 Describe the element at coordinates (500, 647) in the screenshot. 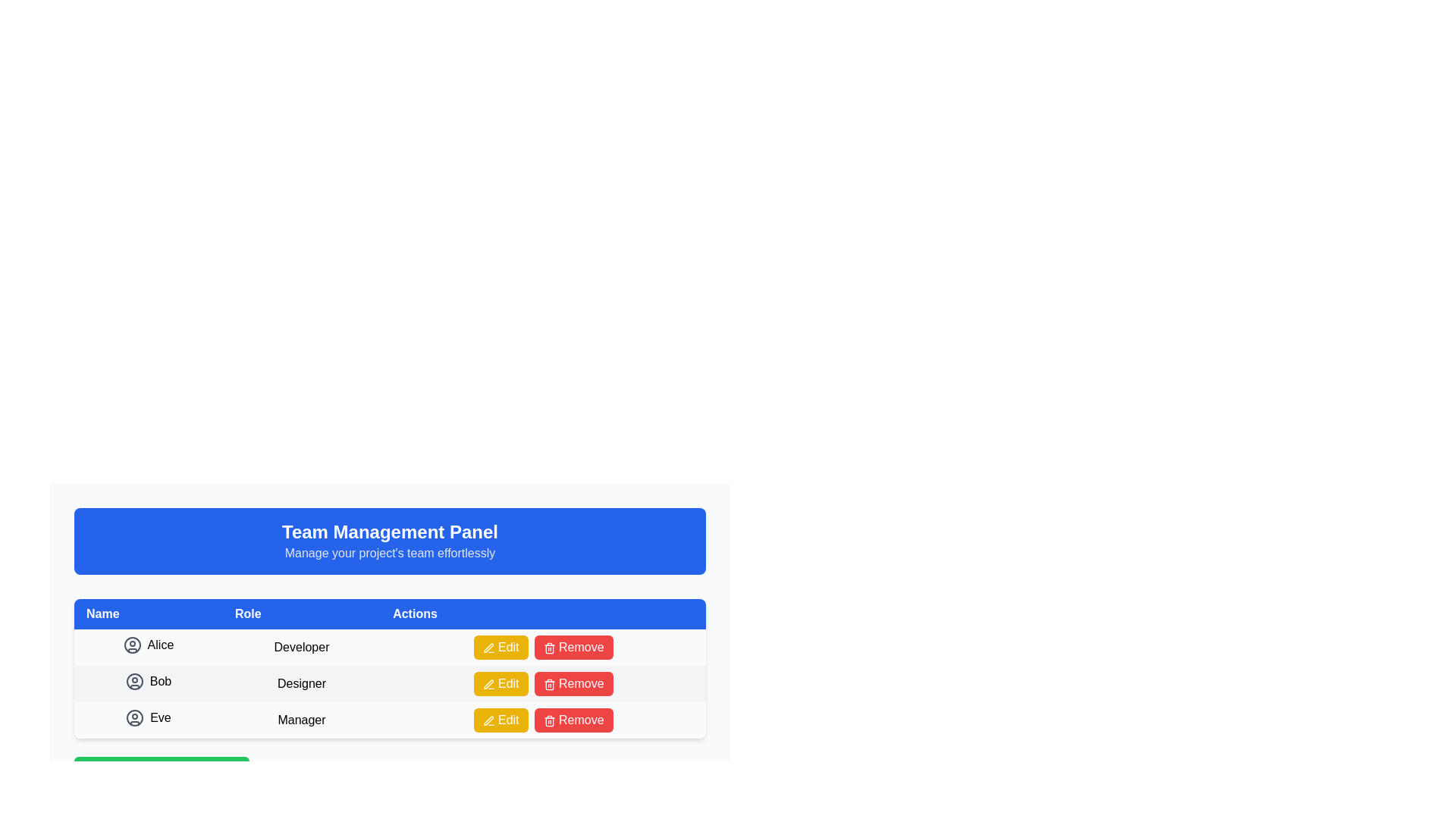

I see `the 'Edit' button located in the 'Actions' column of the table's first row for the 'Developer' role to change its background color to a darker shade of yellow` at that location.